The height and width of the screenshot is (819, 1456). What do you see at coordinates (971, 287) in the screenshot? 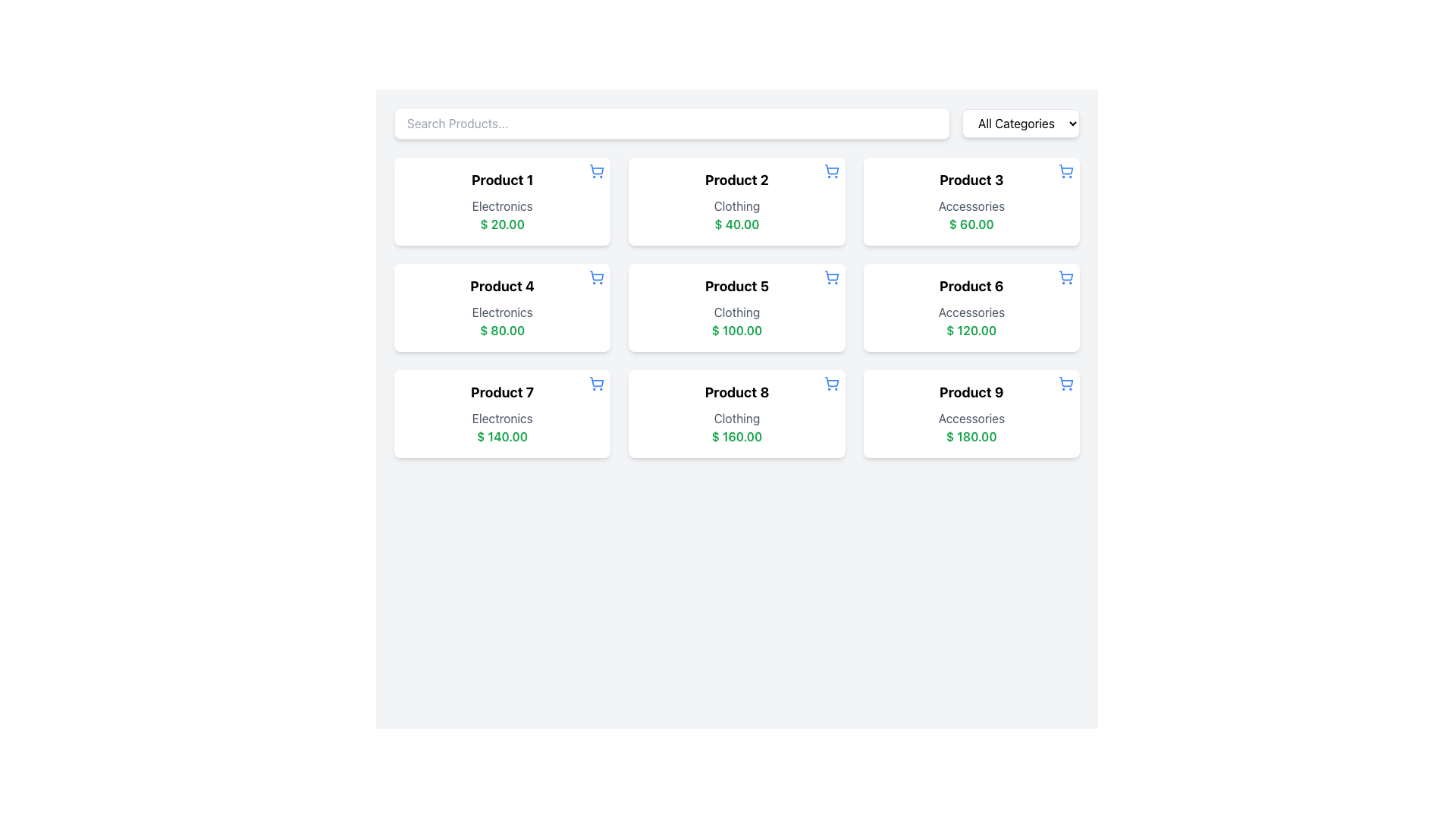
I see `the bold text label displaying 'Product 6' at the top of the product details card in the second row and second column of the grid layout` at bounding box center [971, 287].